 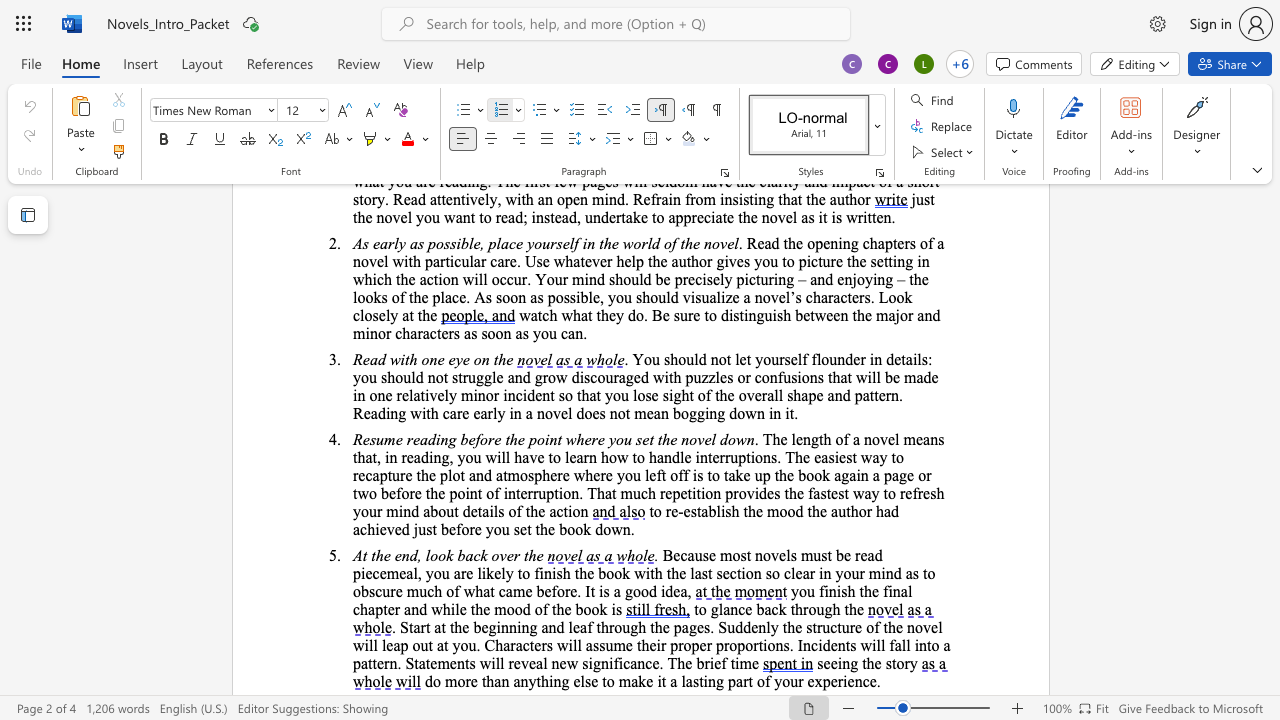 What do you see at coordinates (418, 608) in the screenshot?
I see `the space between the continuous character "n" and "d" in the text` at bounding box center [418, 608].